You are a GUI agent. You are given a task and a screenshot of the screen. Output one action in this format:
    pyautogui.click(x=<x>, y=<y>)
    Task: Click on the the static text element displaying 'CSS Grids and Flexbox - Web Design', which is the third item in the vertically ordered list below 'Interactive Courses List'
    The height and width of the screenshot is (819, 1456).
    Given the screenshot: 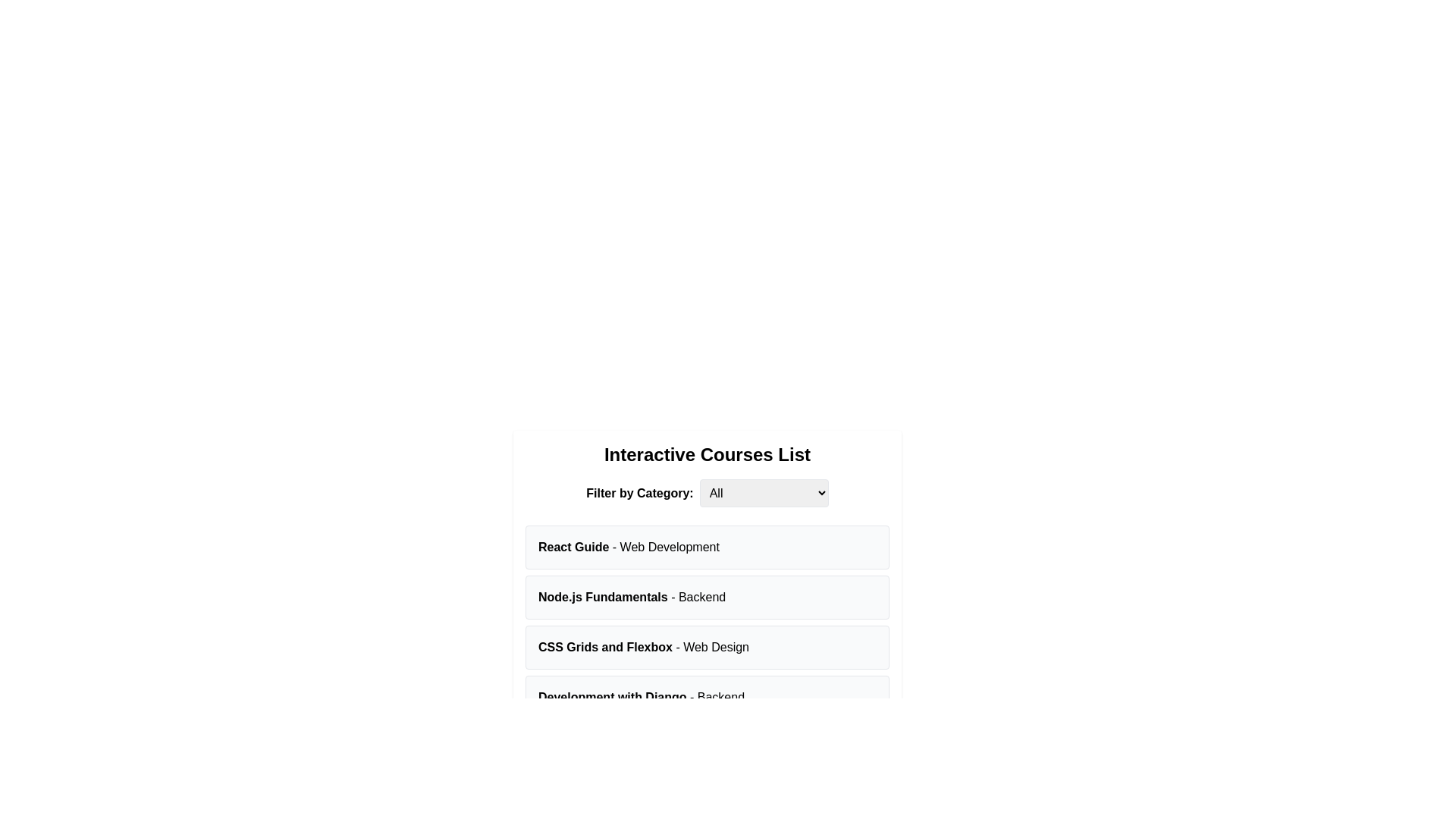 What is the action you would take?
    pyautogui.click(x=644, y=647)
    